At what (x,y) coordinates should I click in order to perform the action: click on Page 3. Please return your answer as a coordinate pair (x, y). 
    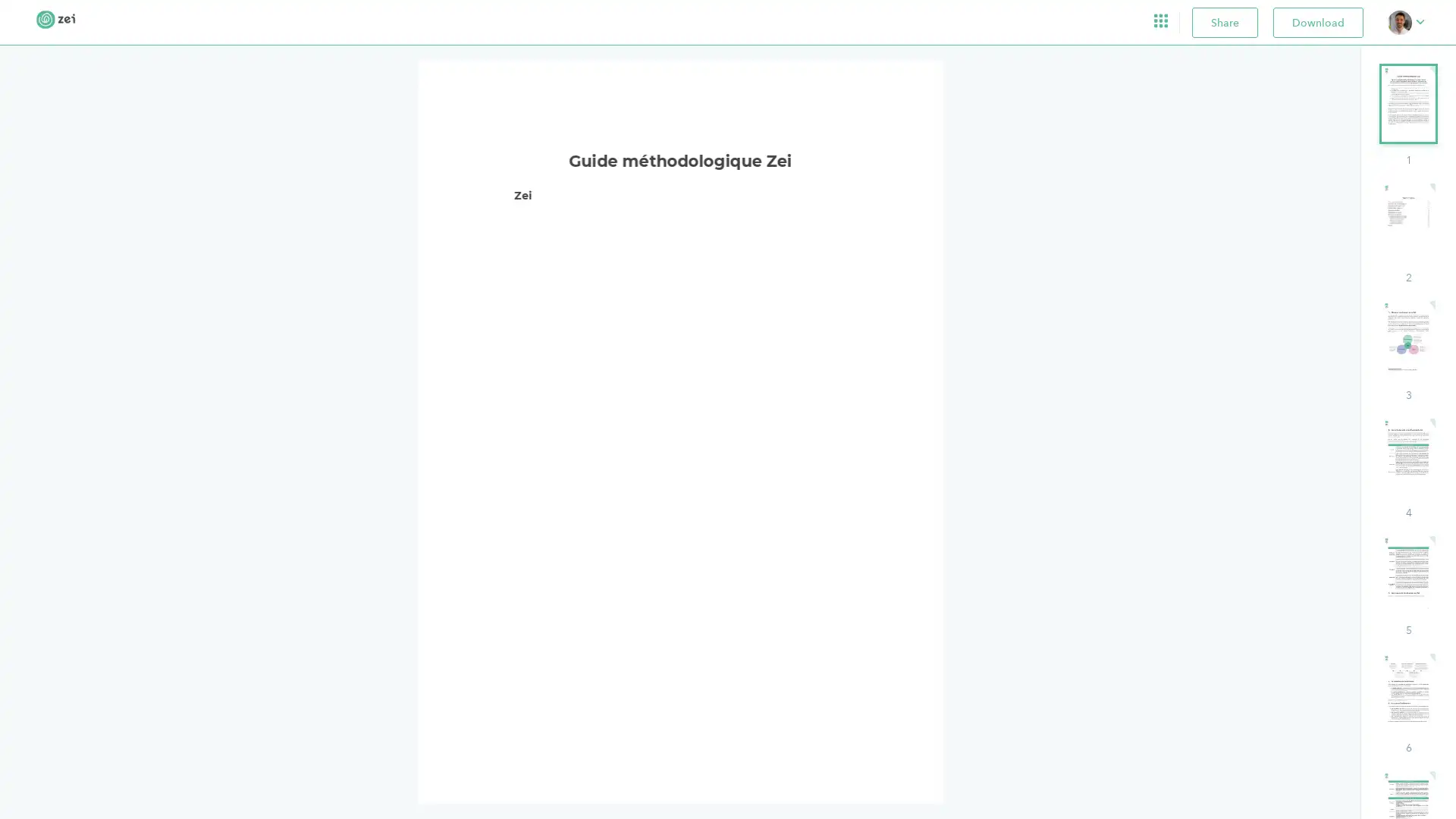
    Looking at the image, I should click on (1407, 351).